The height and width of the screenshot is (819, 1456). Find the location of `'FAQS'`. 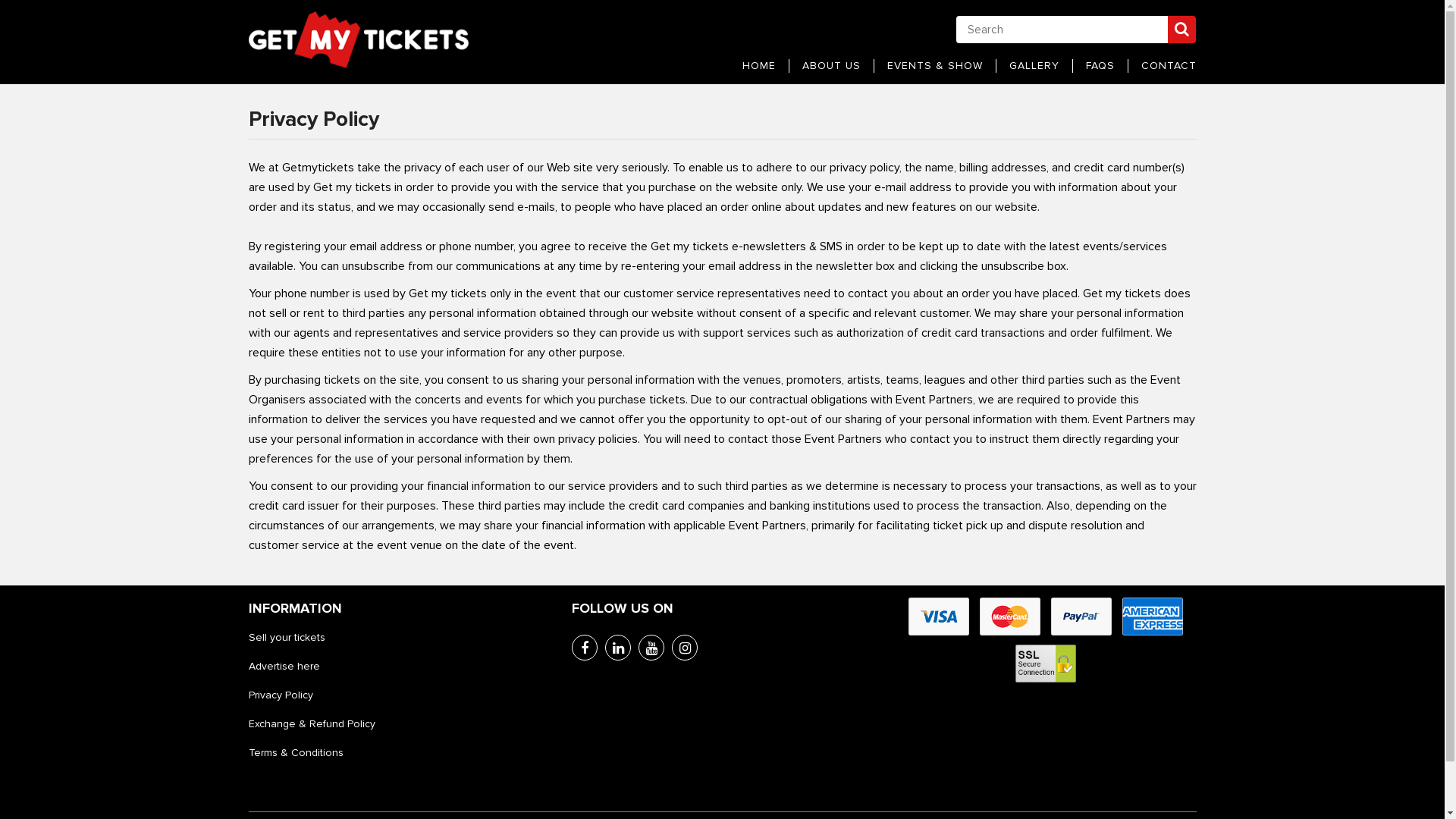

'FAQS' is located at coordinates (1100, 65).